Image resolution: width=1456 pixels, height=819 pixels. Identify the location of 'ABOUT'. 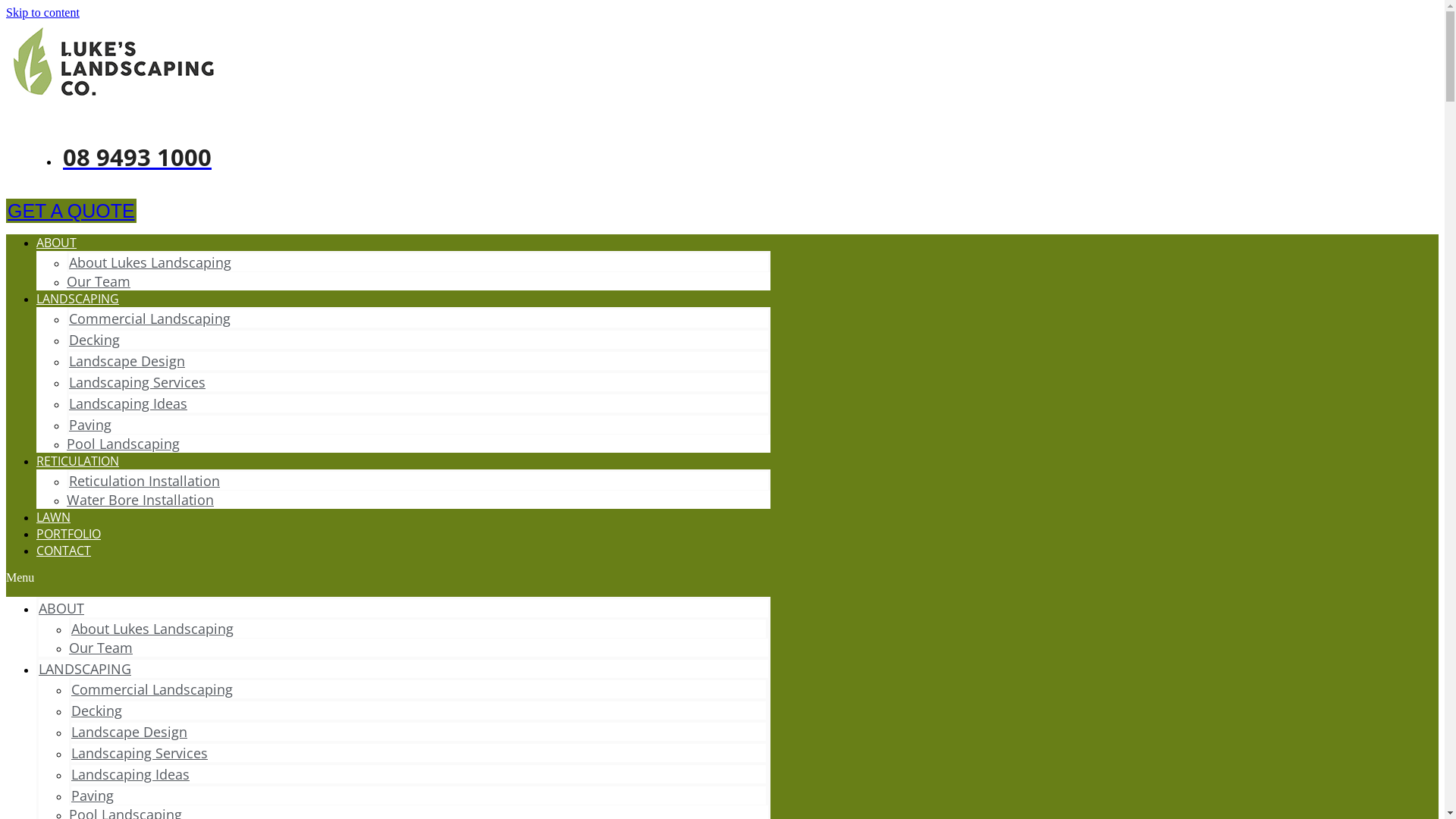
(61, 607).